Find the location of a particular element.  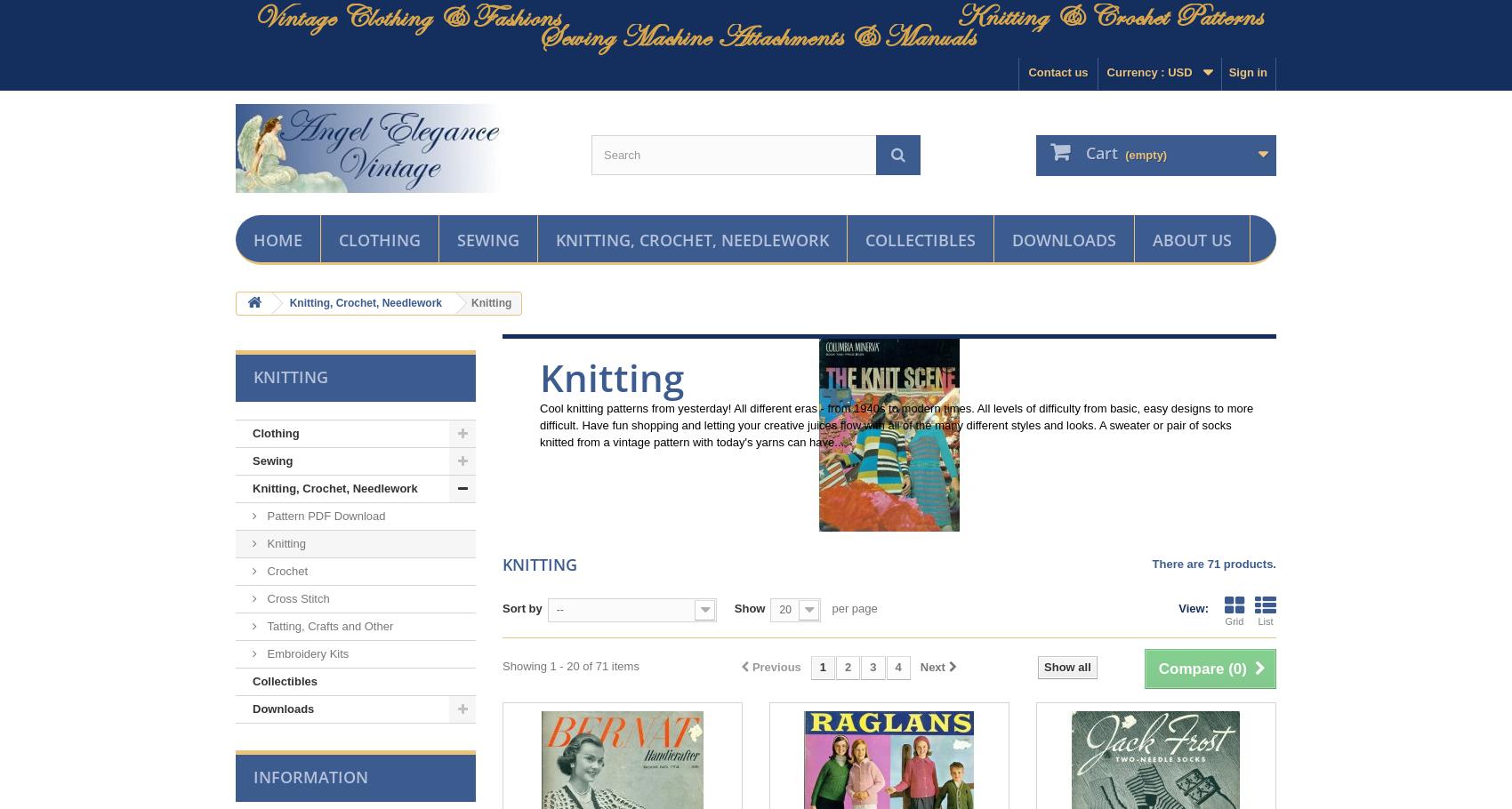

'Home' is located at coordinates (253, 238).